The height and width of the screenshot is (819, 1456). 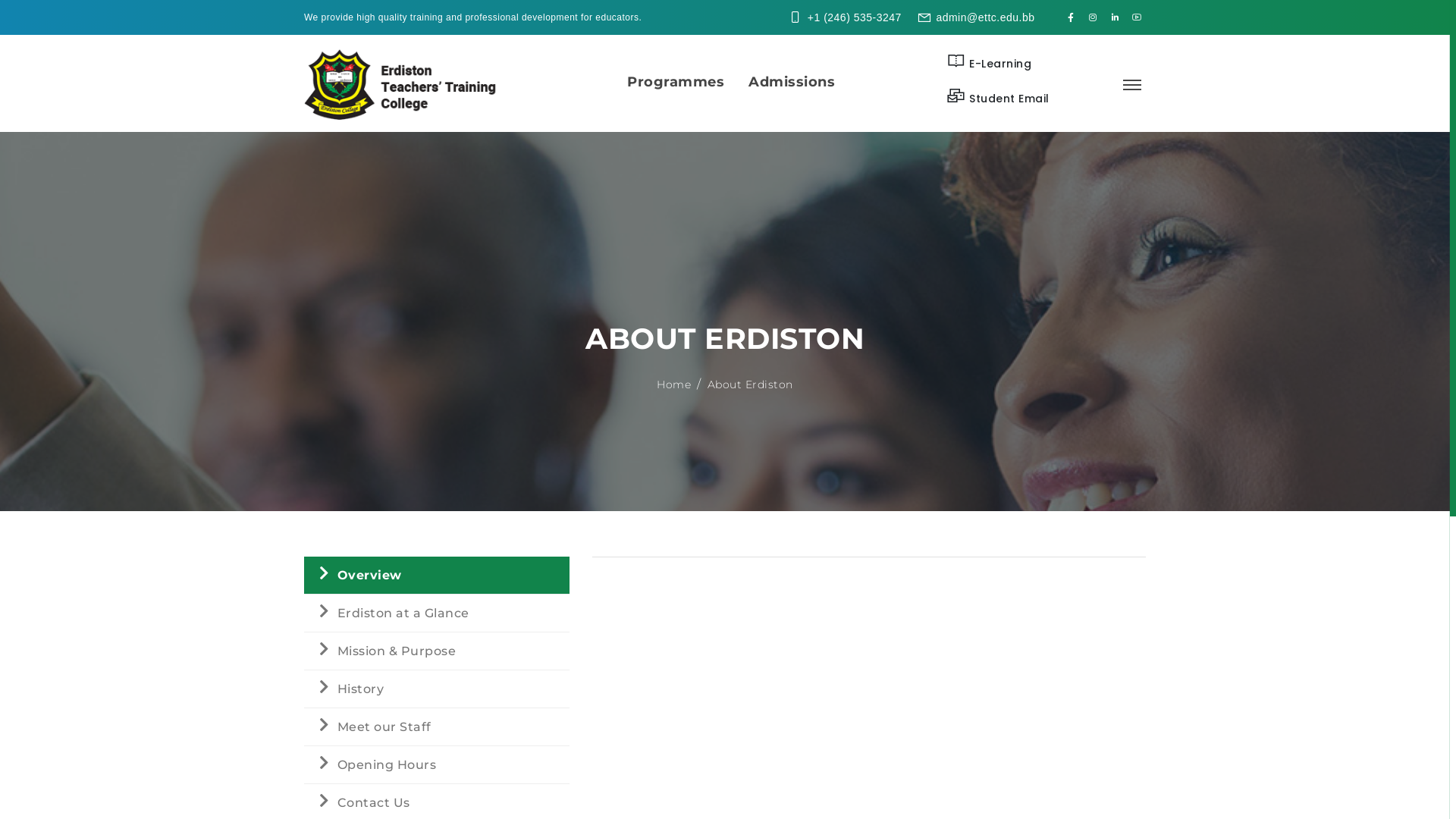 What do you see at coordinates (985, 17) in the screenshot?
I see `'admin@ettc.edu.bb'` at bounding box center [985, 17].